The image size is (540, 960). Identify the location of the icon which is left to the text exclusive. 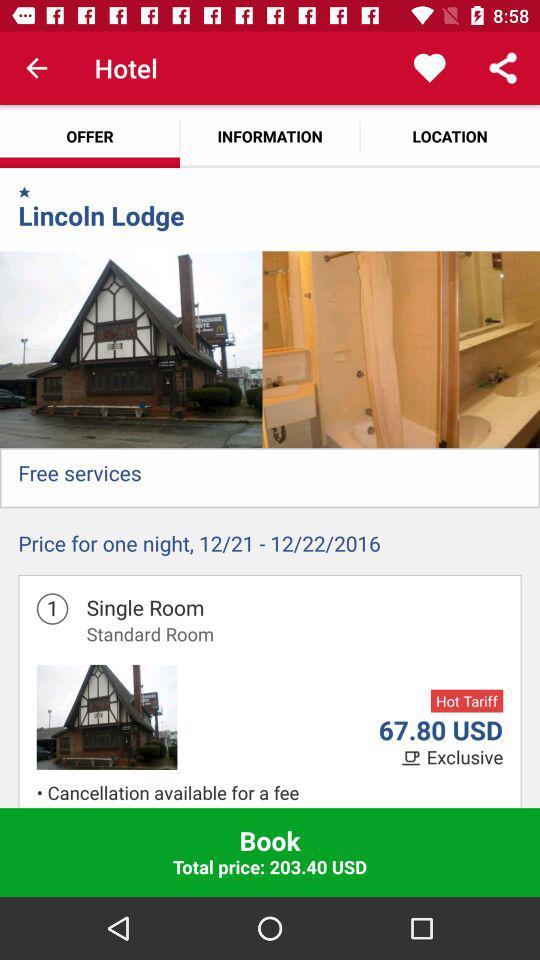
(413, 757).